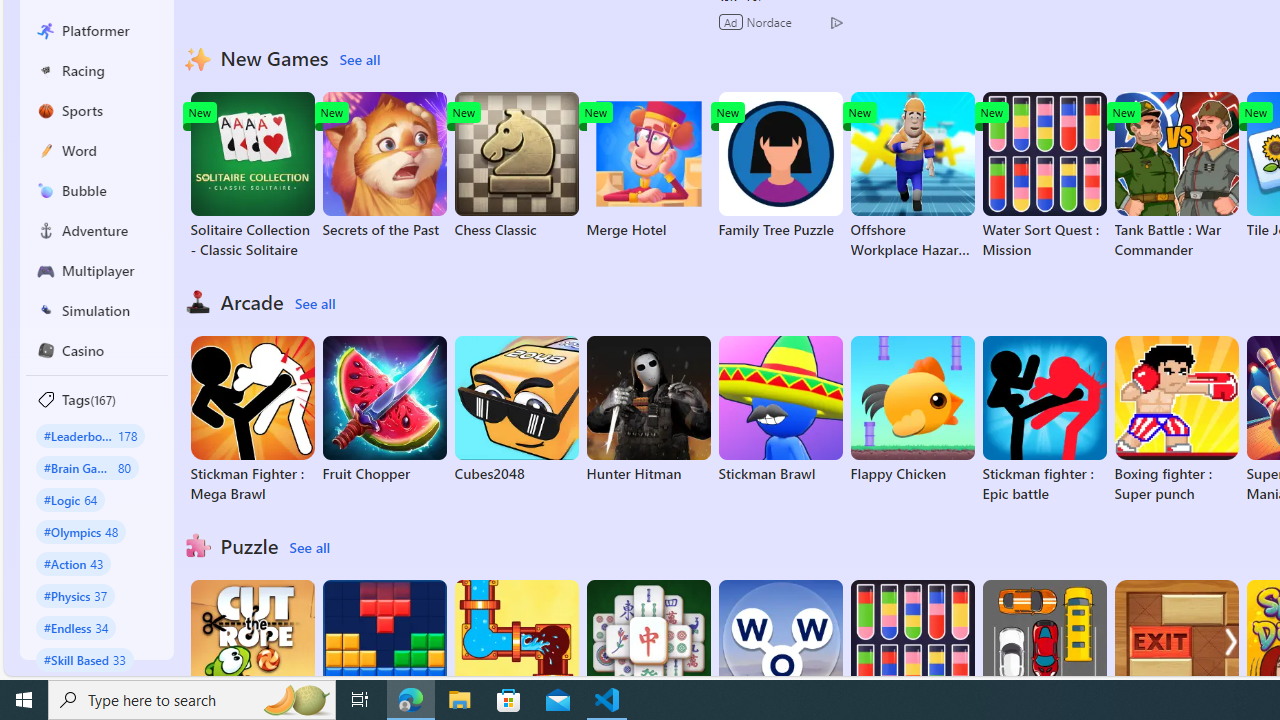  What do you see at coordinates (86, 467) in the screenshot?
I see `'#Brain Games 80'` at bounding box center [86, 467].